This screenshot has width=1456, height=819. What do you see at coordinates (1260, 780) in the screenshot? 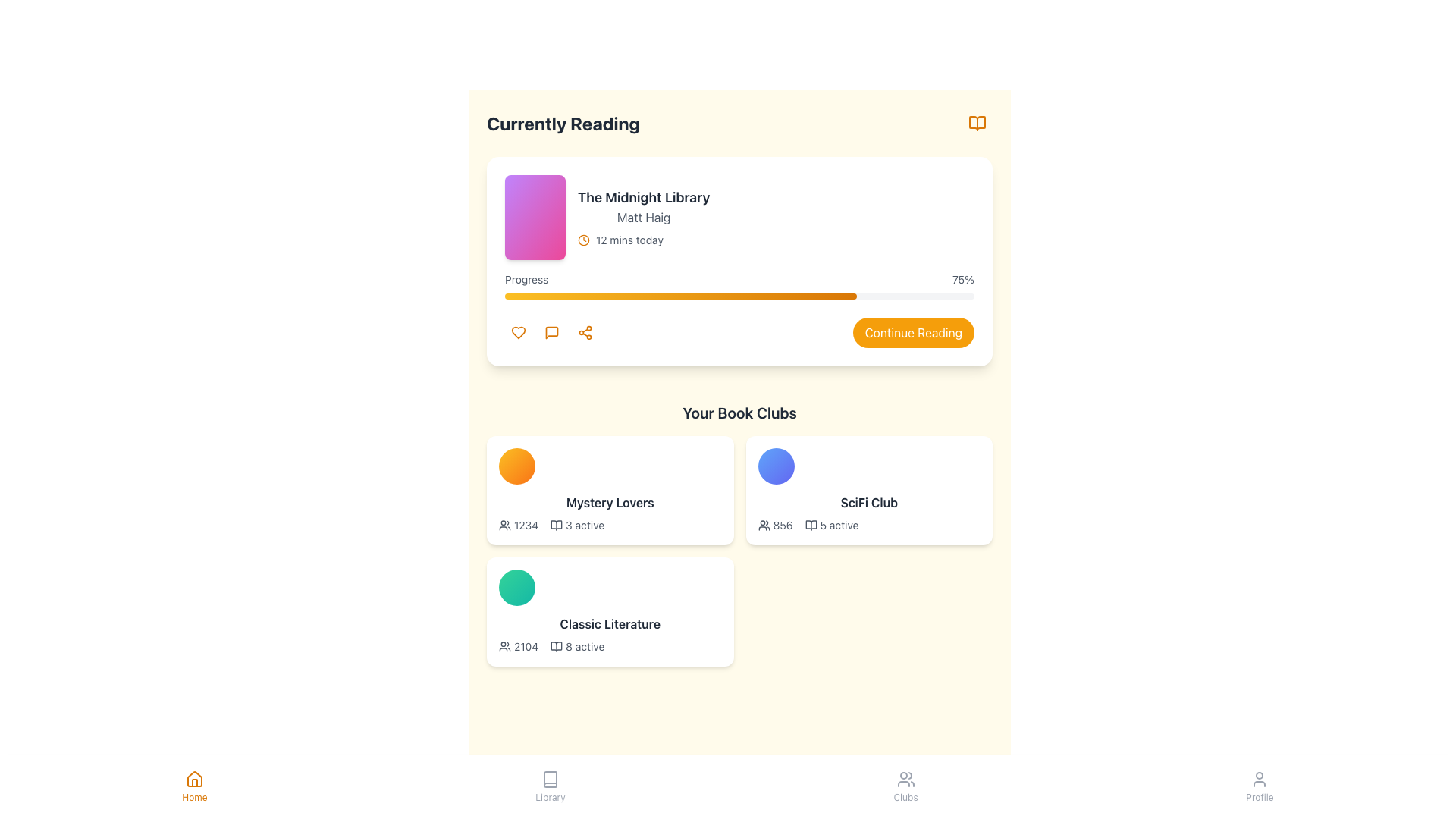
I see `the 'Profile' icon located at the far-right end of the bottom navigation bar` at bounding box center [1260, 780].